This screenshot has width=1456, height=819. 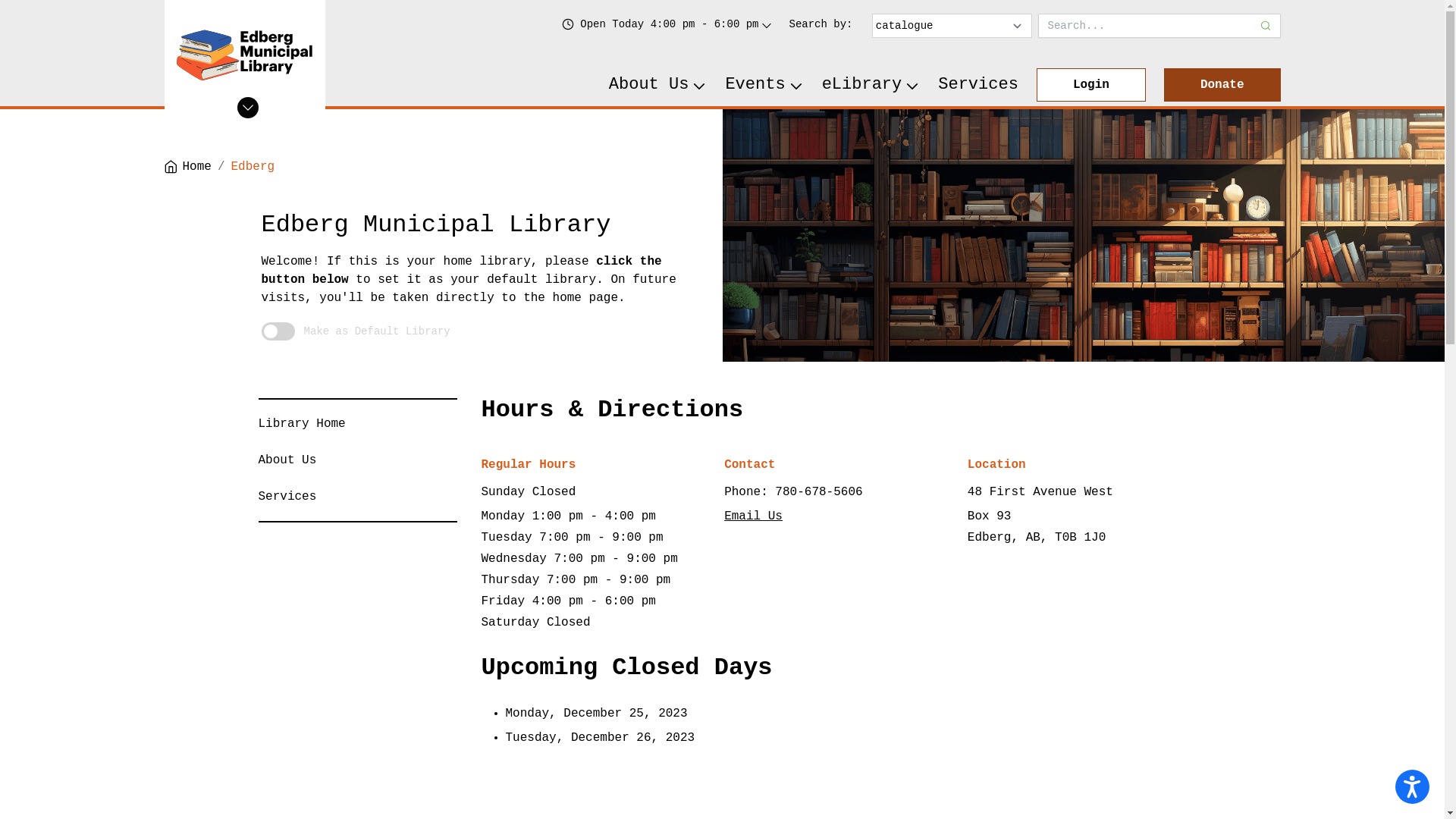 What do you see at coordinates (658, 84) in the screenshot?
I see `'About Us'` at bounding box center [658, 84].